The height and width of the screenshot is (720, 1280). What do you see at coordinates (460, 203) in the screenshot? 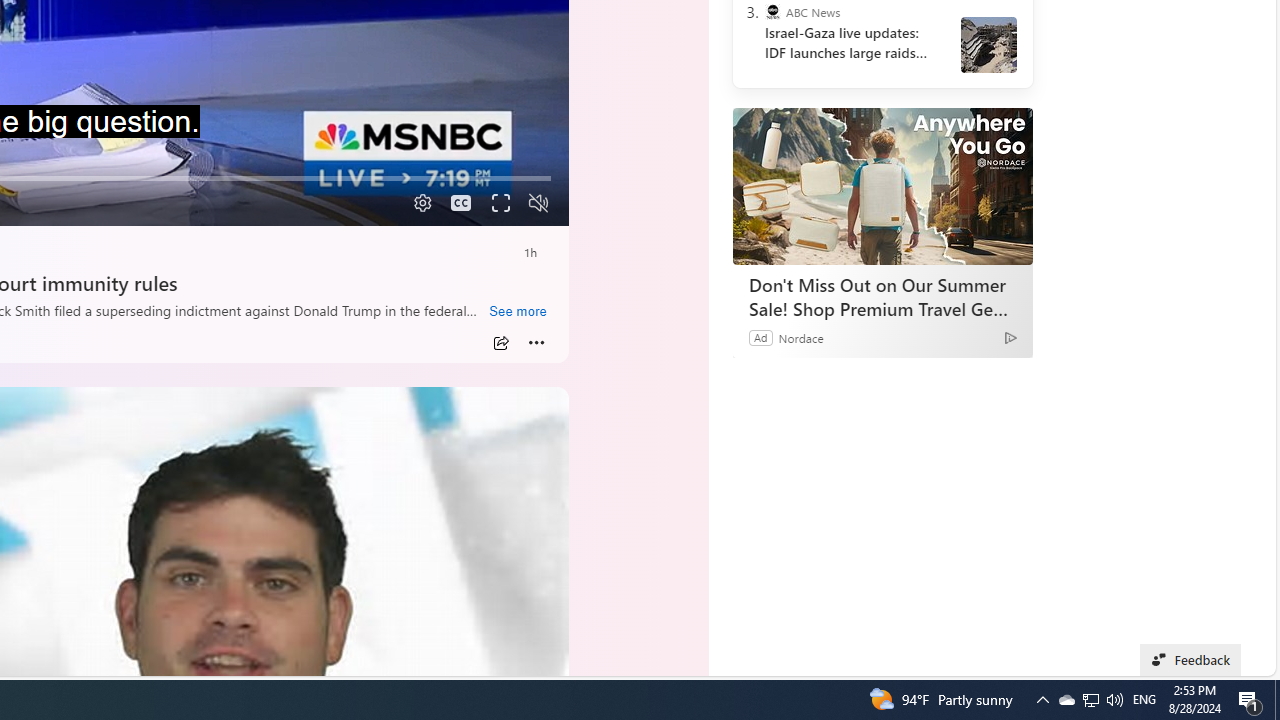
I see `'Captions'` at bounding box center [460, 203].